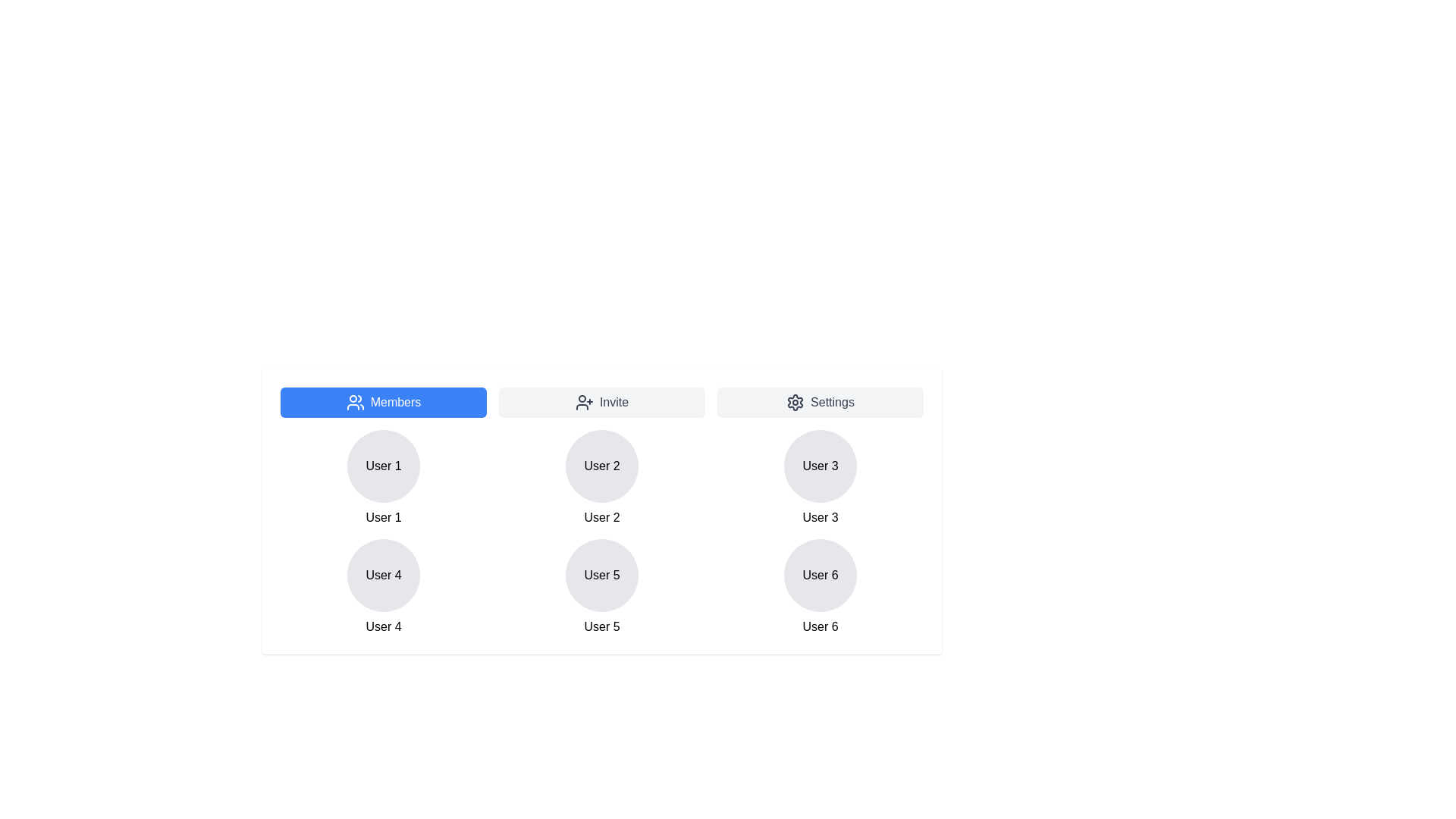  What do you see at coordinates (819, 465) in the screenshot?
I see `the circular gray icon labeled 'User 3'` at bounding box center [819, 465].